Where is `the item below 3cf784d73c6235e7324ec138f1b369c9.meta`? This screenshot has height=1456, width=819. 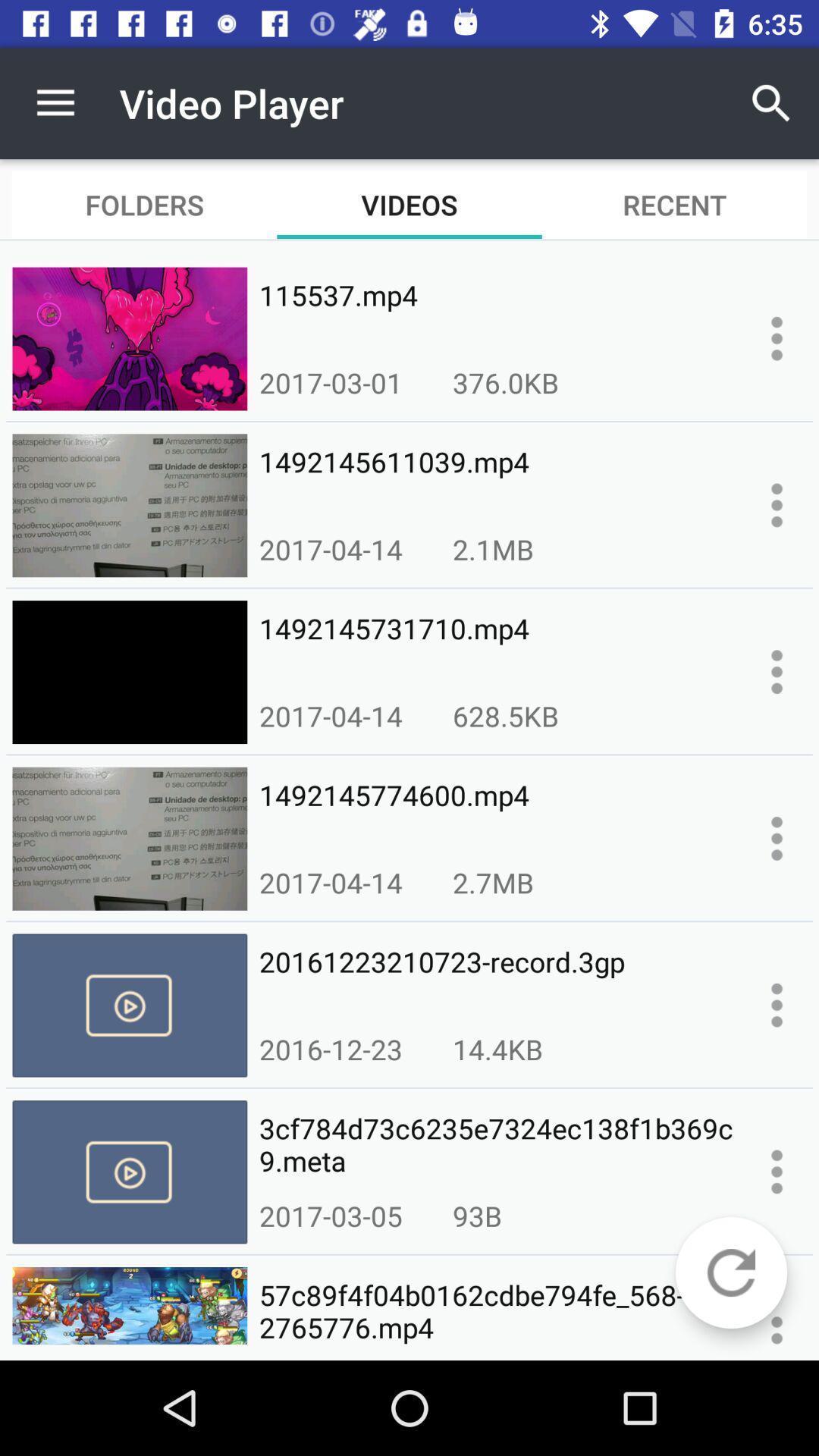 the item below 3cf784d73c6235e7324ec138f1b369c9.meta is located at coordinates (730, 1272).